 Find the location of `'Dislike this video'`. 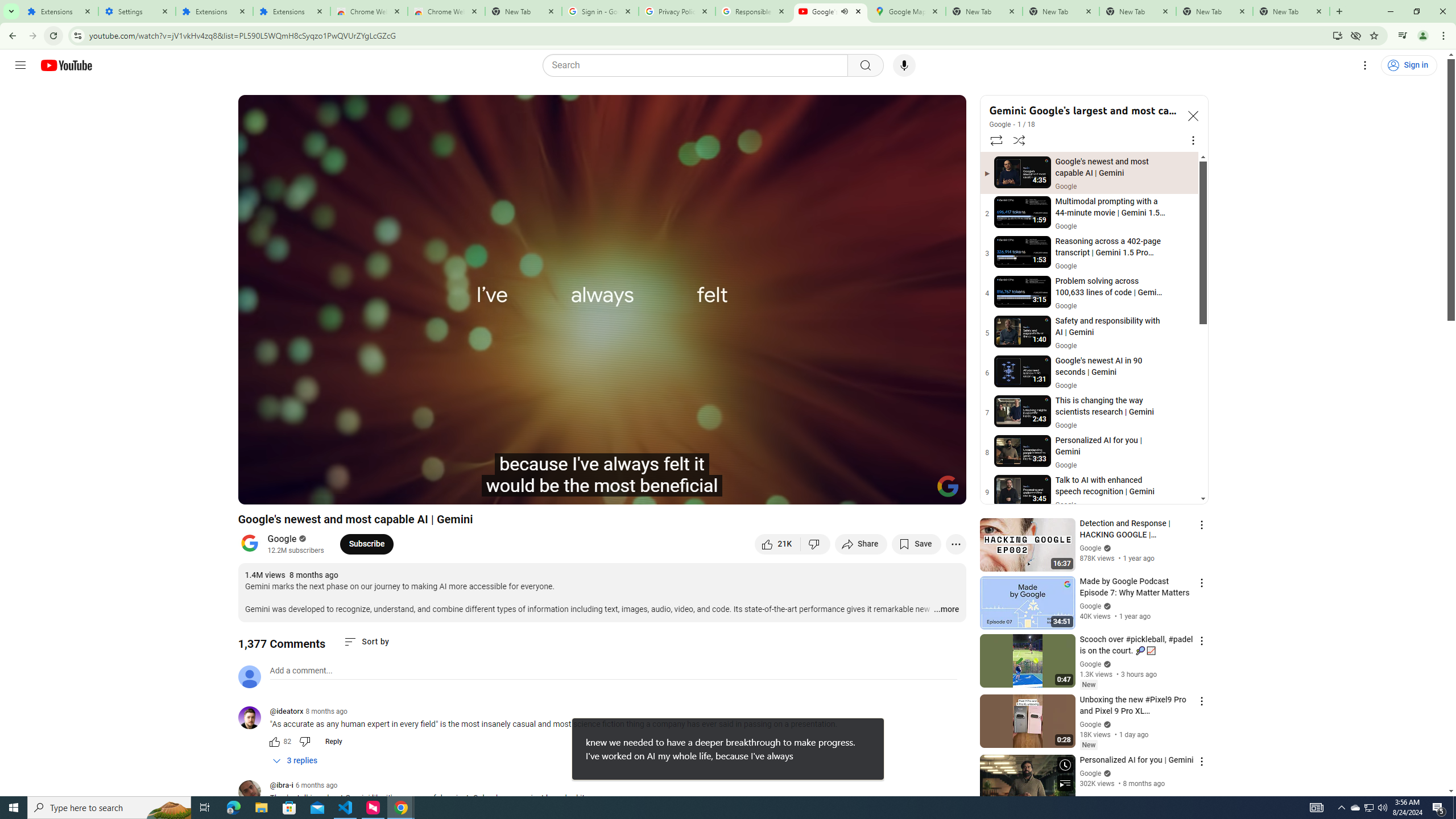

'Dislike this video' is located at coordinates (816, 543).